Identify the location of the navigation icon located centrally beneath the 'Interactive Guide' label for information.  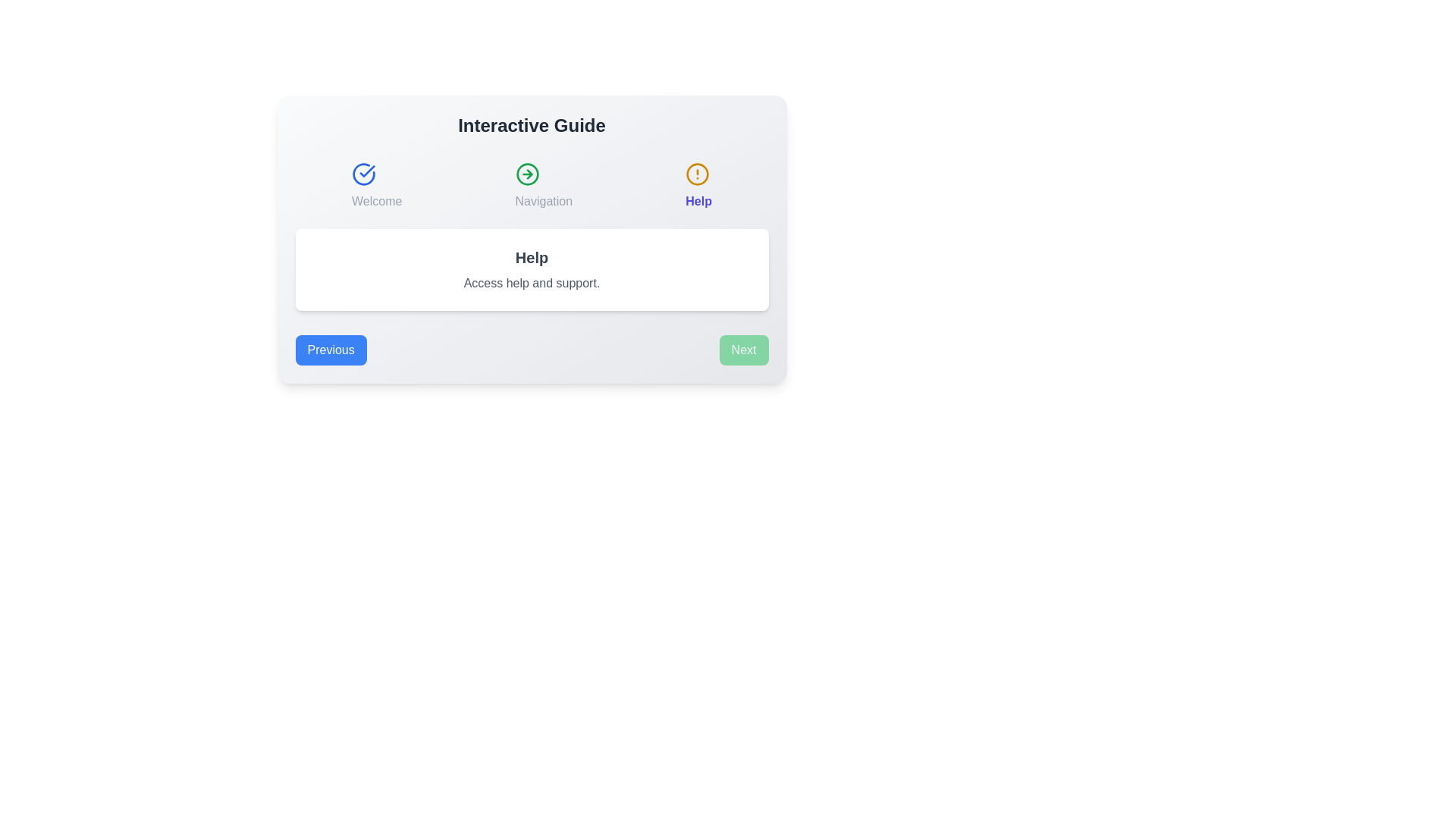
(527, 174).